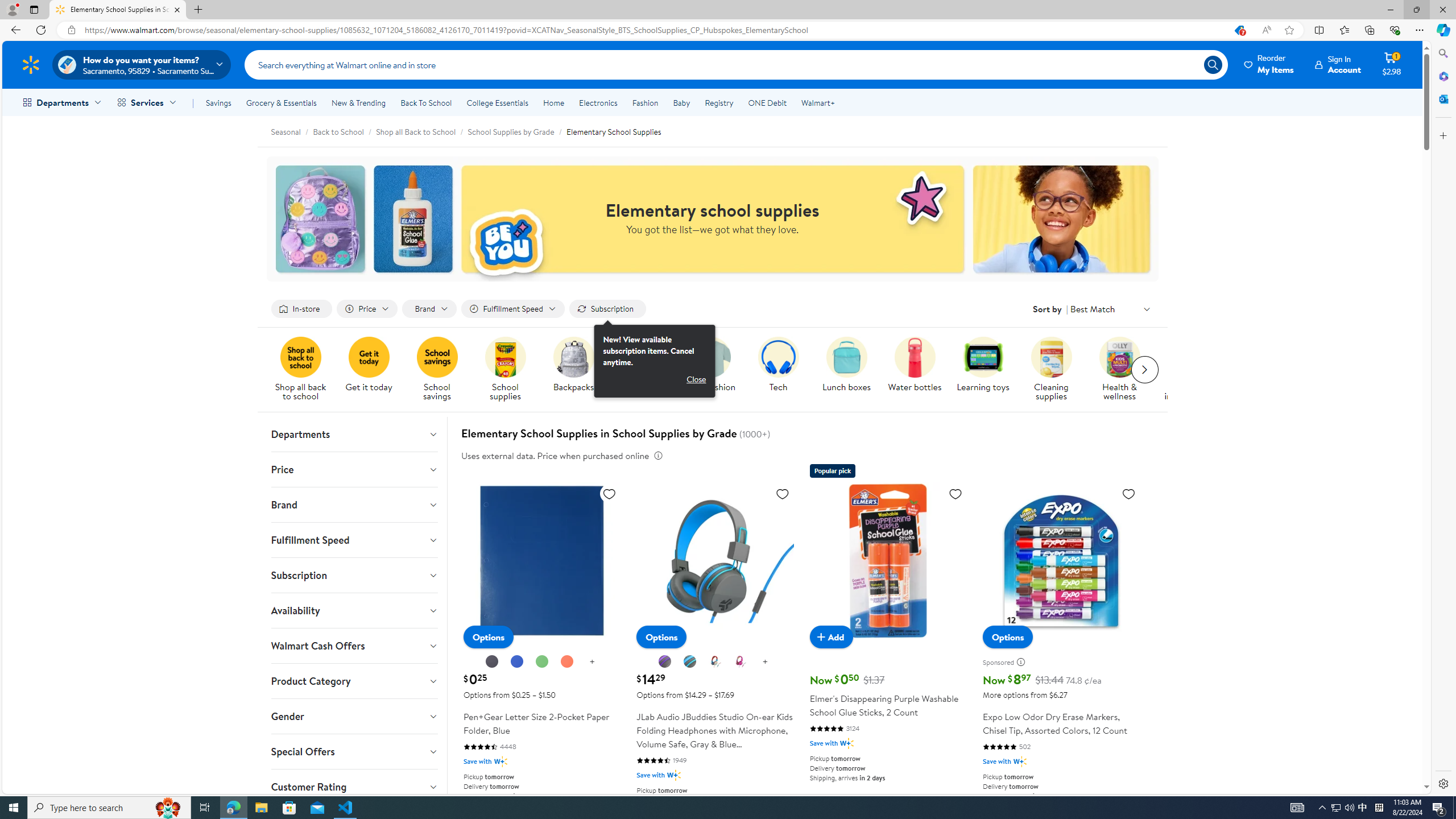 This screenshot has width=1456, height=819. What do you see at coordinates (646, 370) in the screenshot?
I see `'Girls'` at bounding box center [646, 370].